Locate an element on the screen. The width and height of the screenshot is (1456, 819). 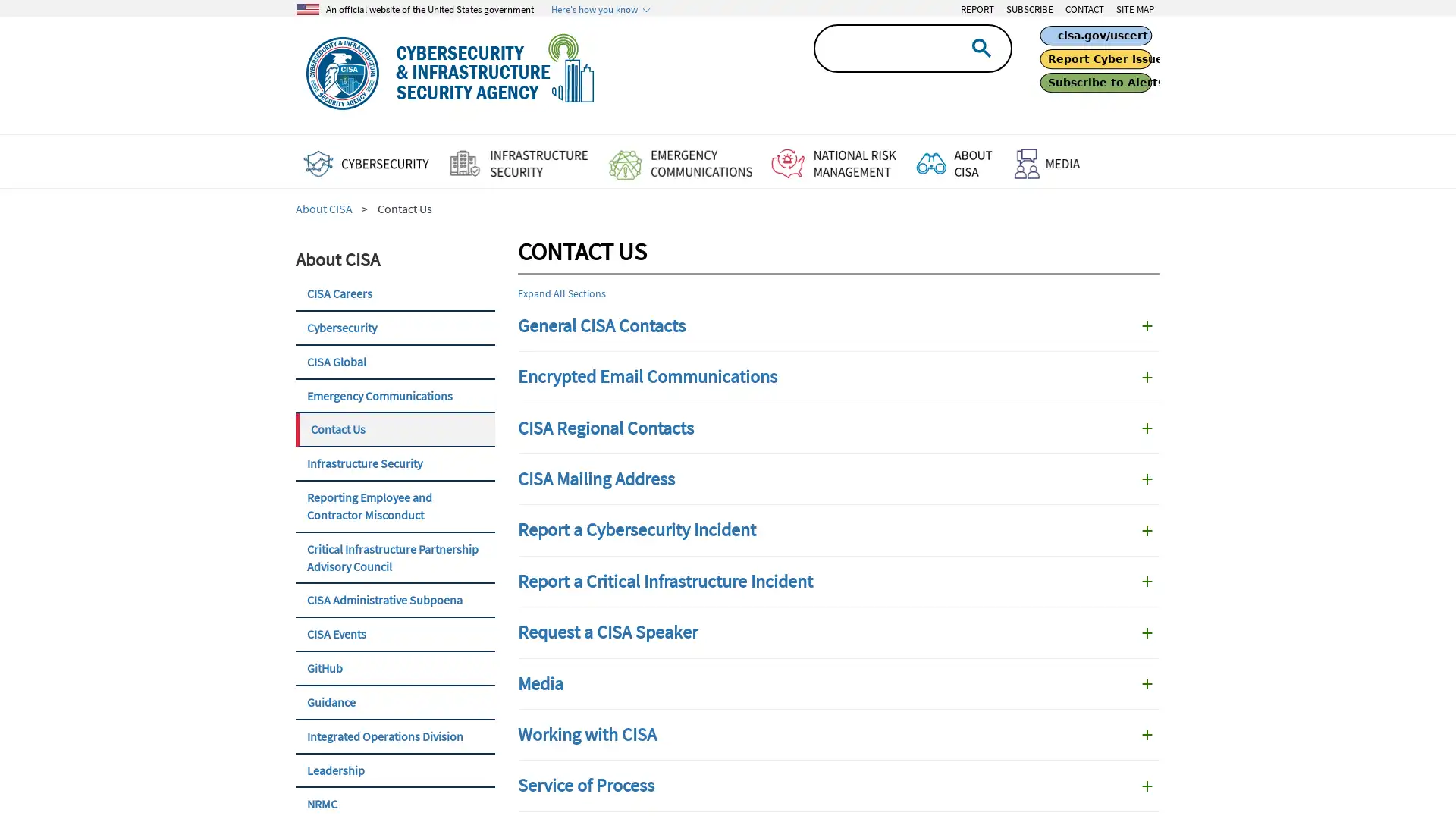
search is located at coordinates (978, 45).